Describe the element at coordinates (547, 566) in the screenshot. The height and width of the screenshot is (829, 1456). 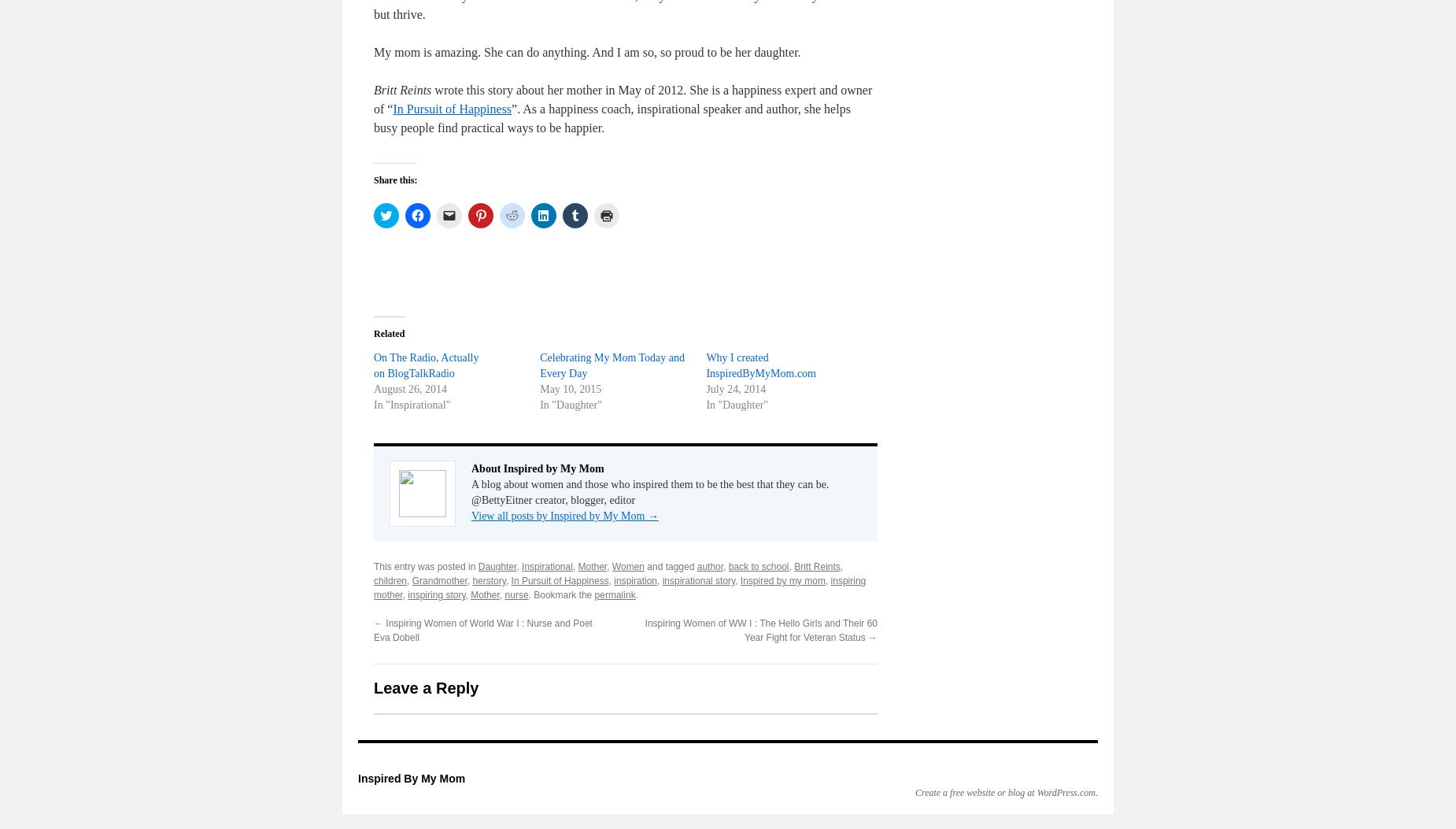
I see `'Inspirational'` at that location.